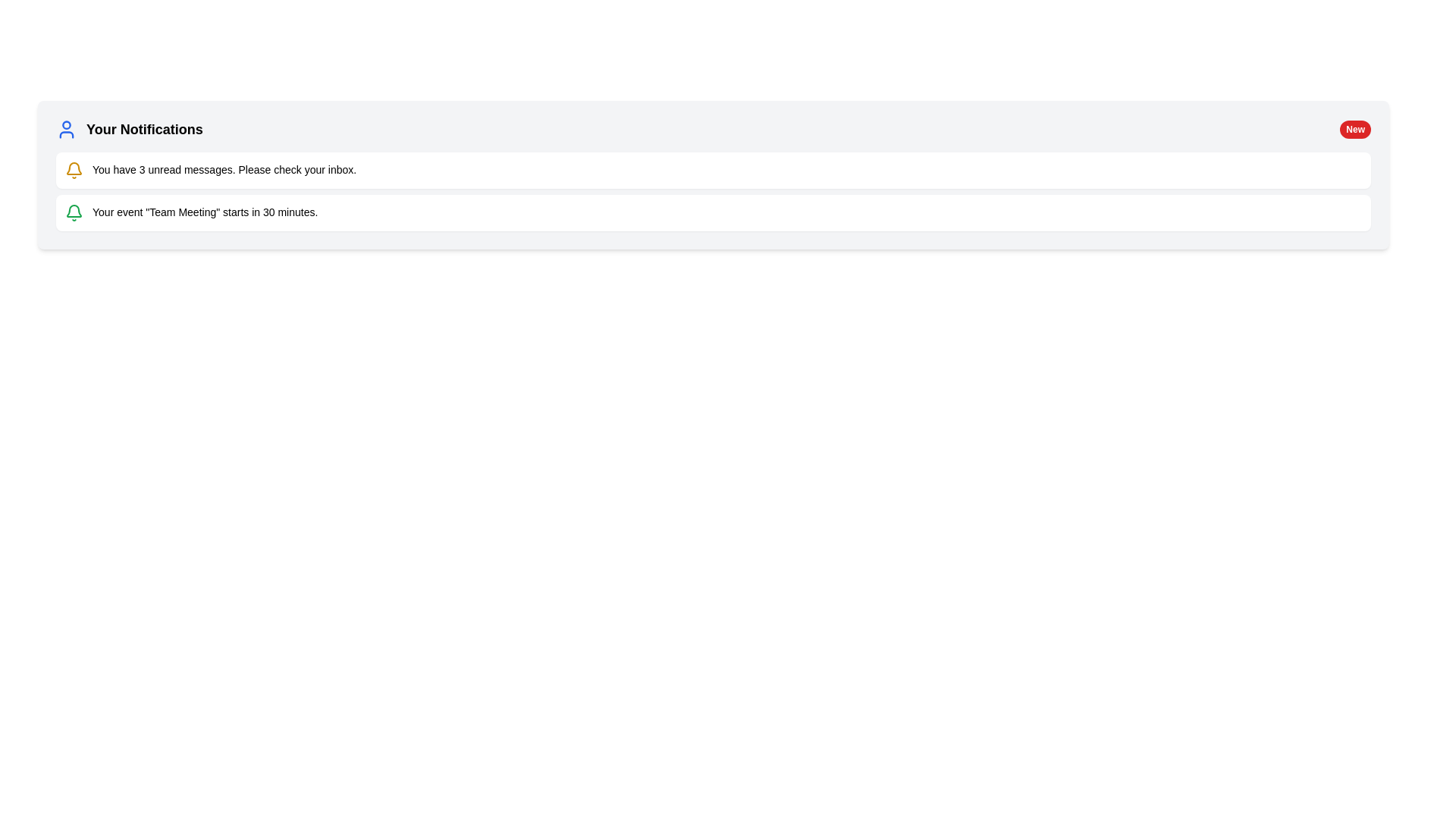  Describe the element at coordinates (224, 170) in the screenshot. I see `the Text Label element displaying the notification message 'You have 3 unread messages. Please check your inbox.' which is located in the notification section under 'Your Notifications.'` at that location.